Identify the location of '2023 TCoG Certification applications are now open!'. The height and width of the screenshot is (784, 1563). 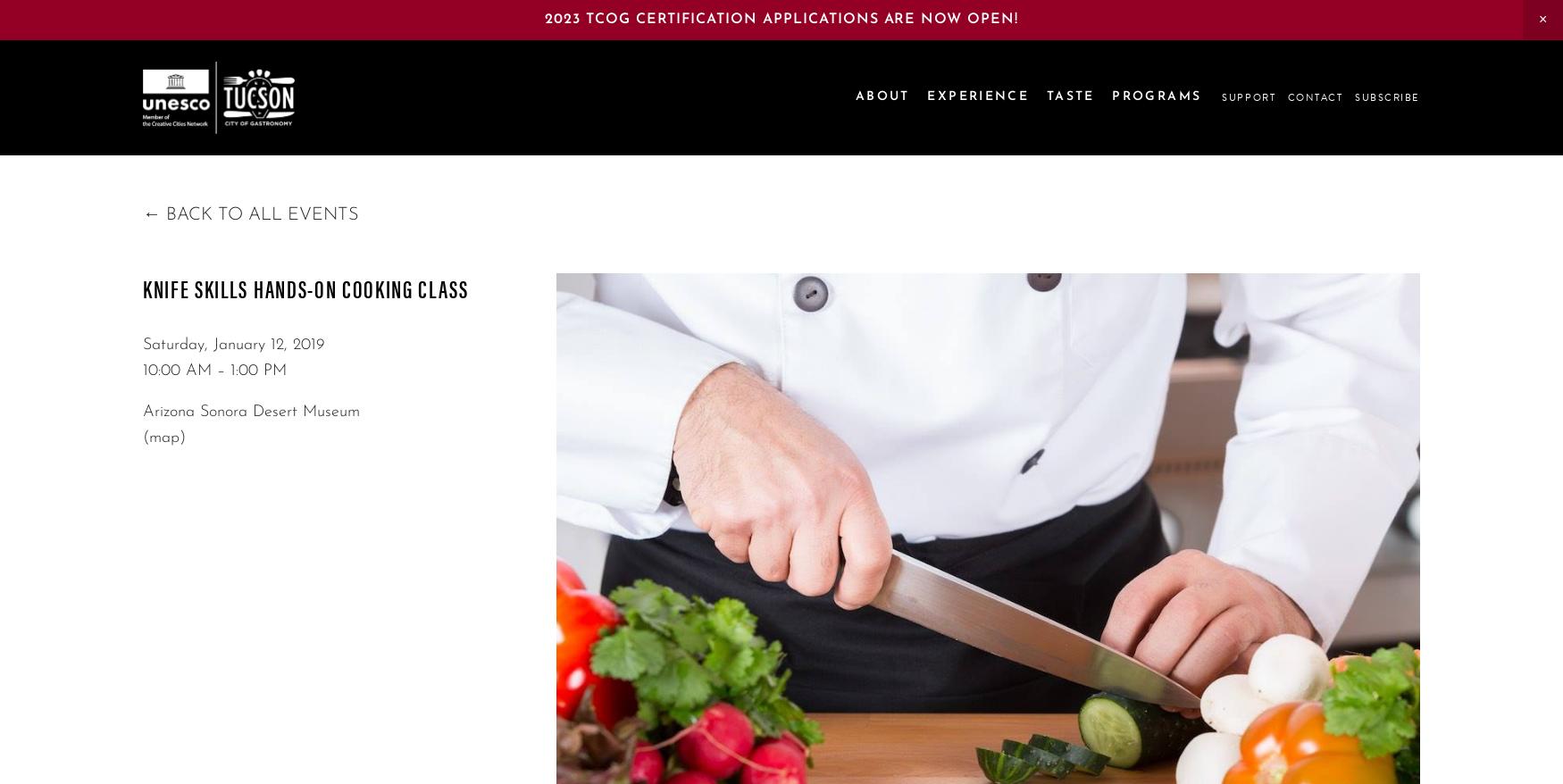
(781, 17).